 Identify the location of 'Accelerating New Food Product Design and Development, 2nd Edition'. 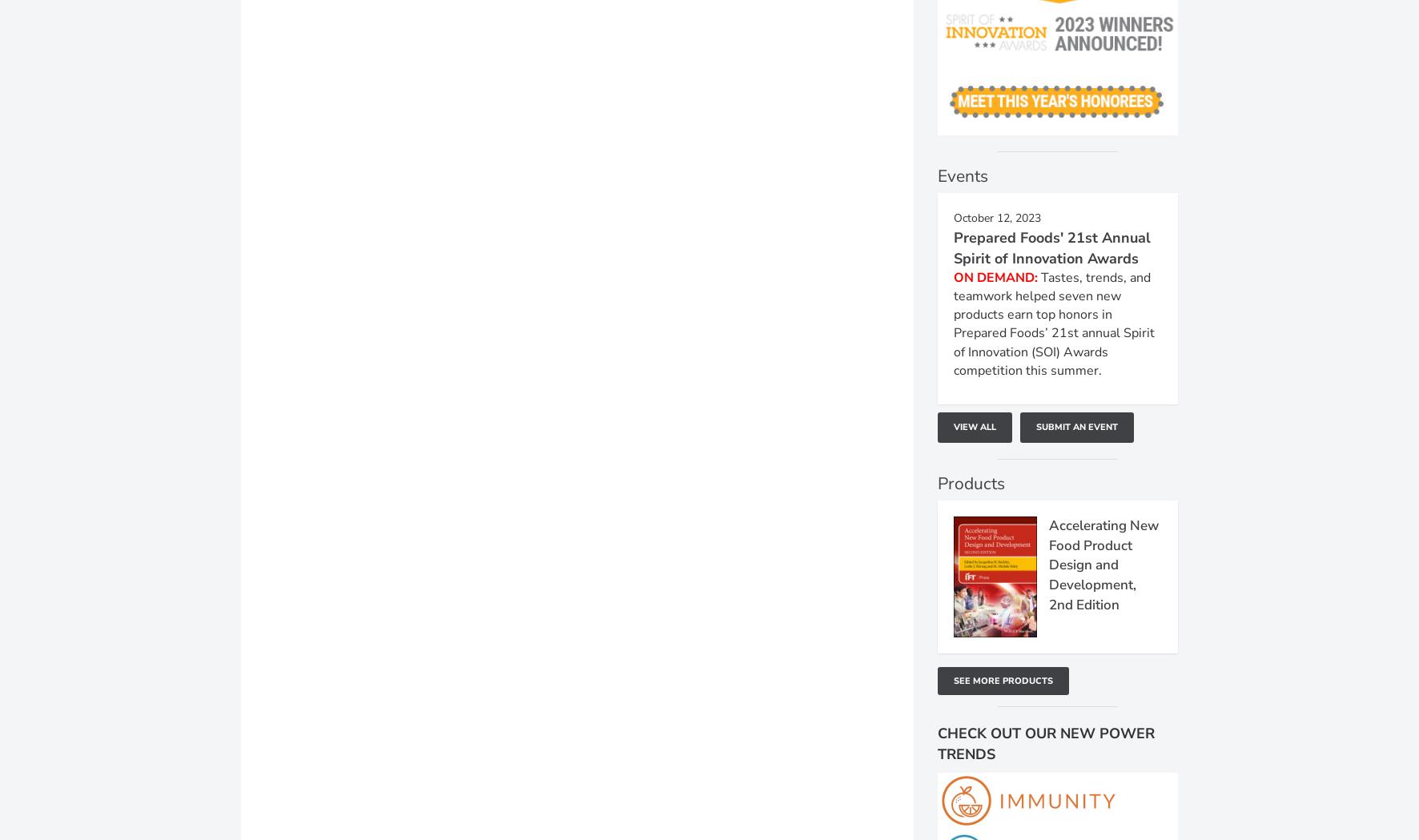
(1103, 565).